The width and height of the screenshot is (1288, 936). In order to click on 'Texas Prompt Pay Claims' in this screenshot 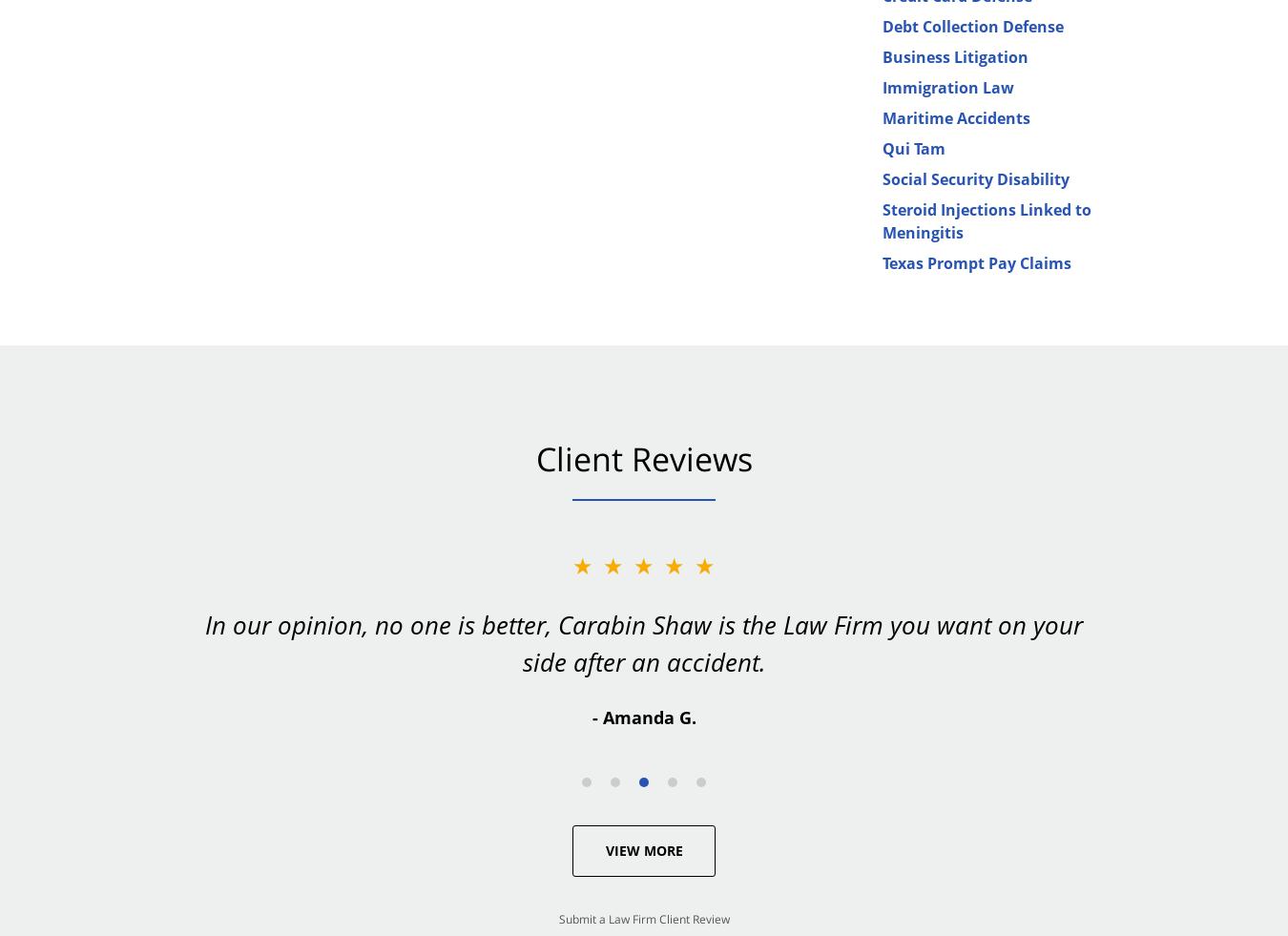, I will do `click(976, 260)`.